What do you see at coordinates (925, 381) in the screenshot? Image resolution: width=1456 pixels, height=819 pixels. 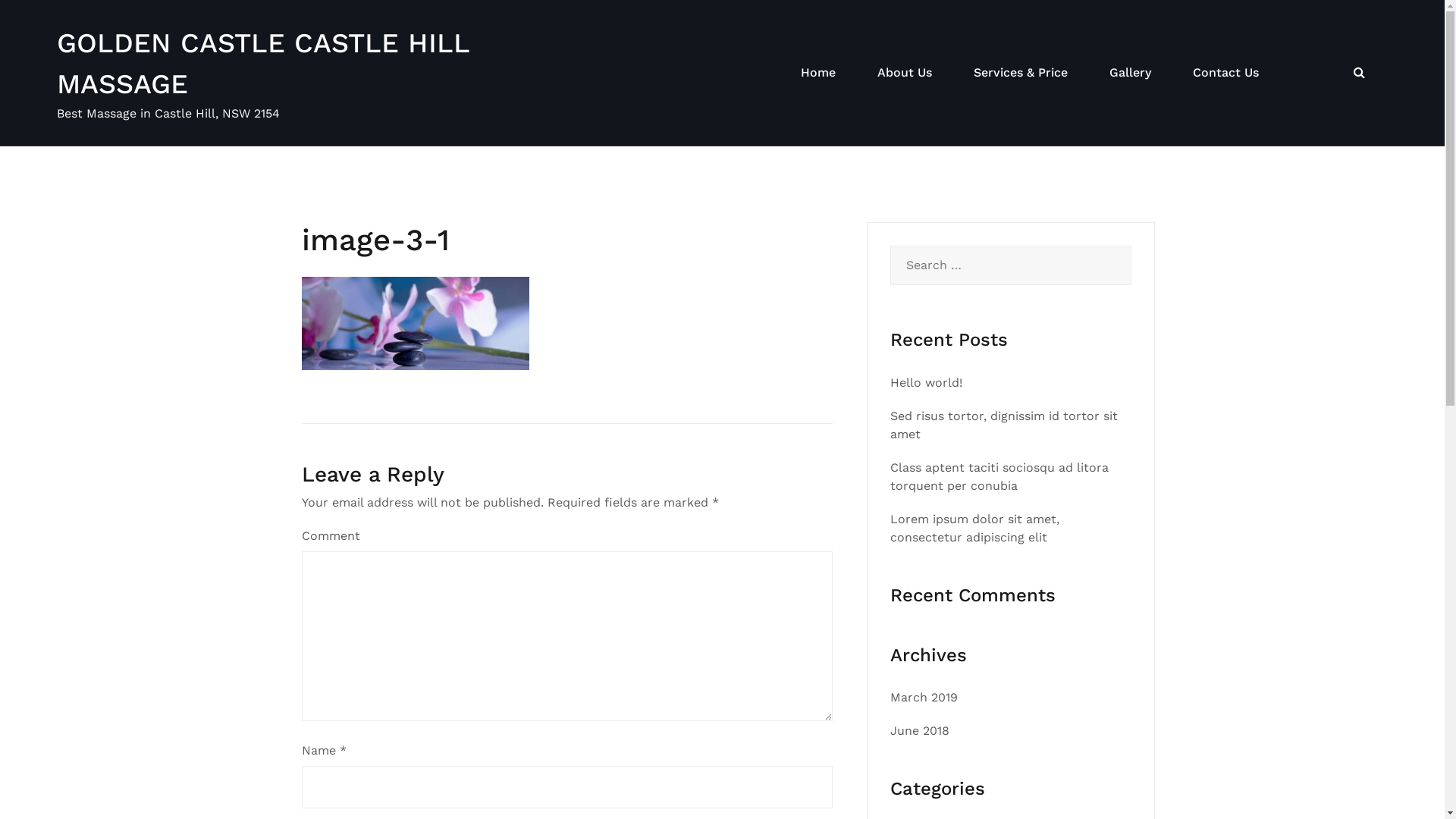 I see `'Hello world!'` at bounding box center [925, 381].